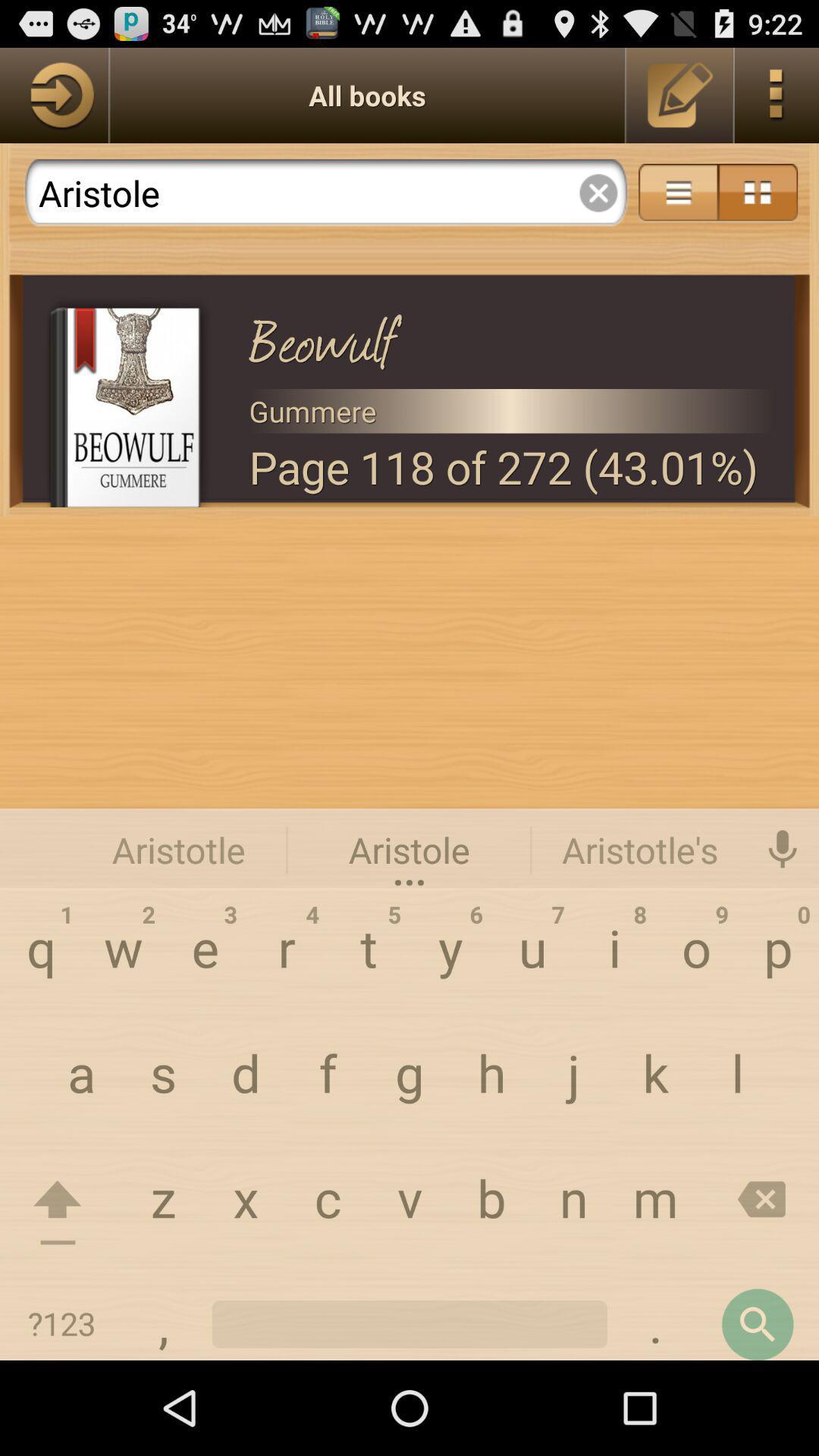  What do you see at coordinates (679, 101) in the screenshot?
I see `the edit icon` at bounding box center [679, 101].